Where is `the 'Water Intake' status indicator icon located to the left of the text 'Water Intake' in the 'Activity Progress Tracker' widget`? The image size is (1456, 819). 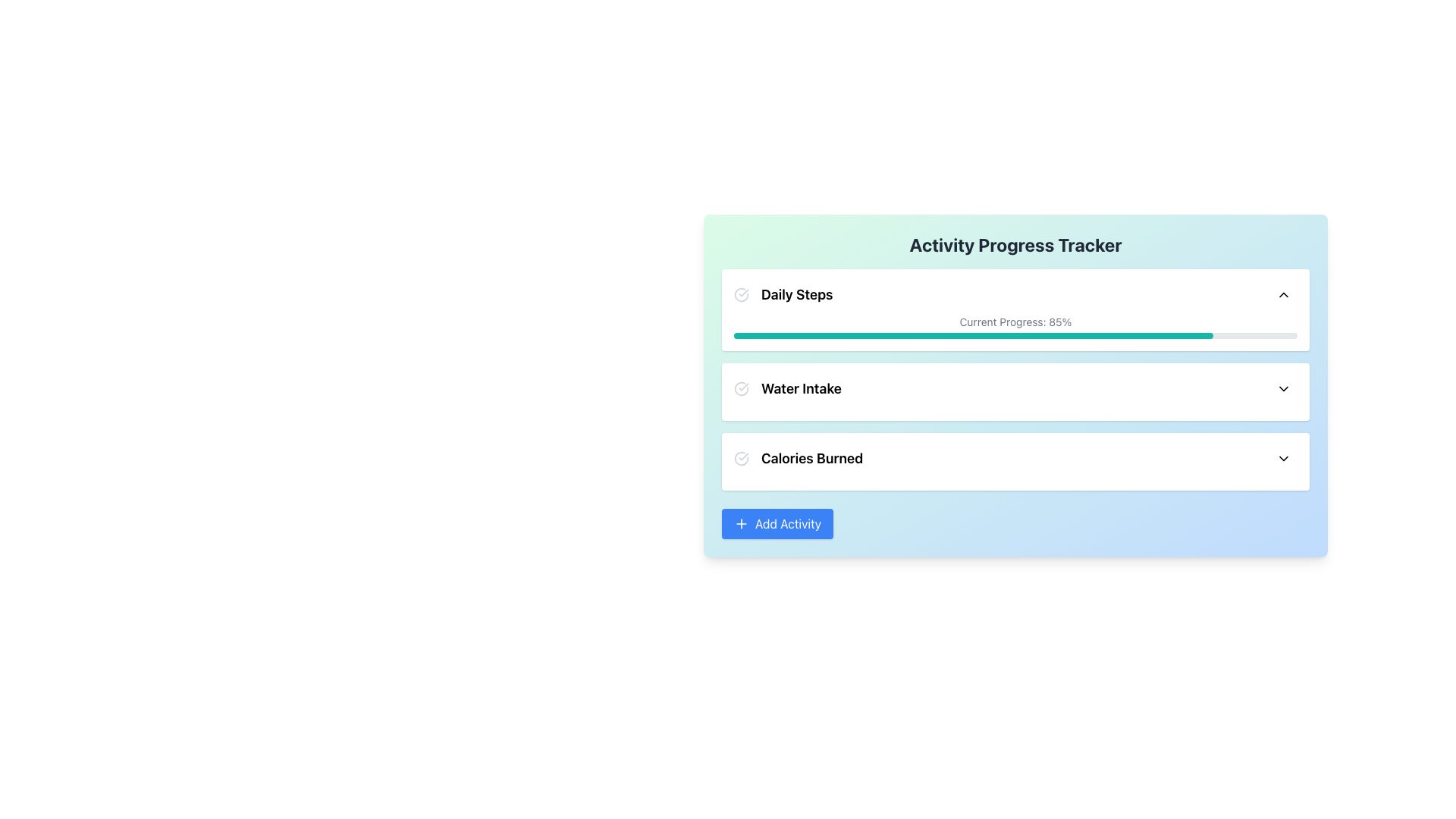
the 'Water Intake' status indicator icon located to the left of the text 'Water Intake' in the 'Activity Progress Tracker' widget is located at coordinates (742, 388).